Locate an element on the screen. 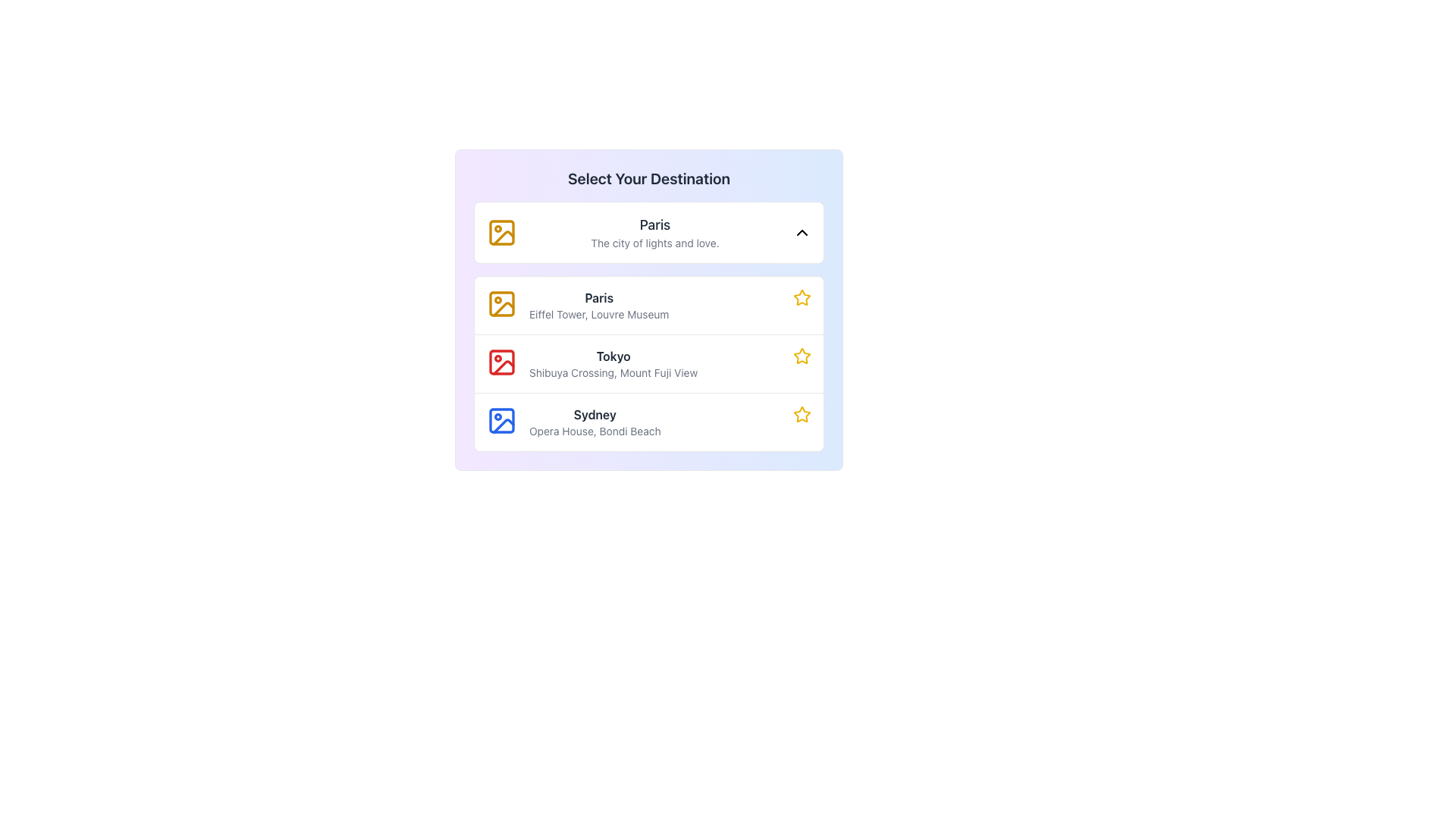 This screenshot has height=819, width=1456. the interactive star icon located at the far right of the row containing 'Sydney' and 'Opera House, Bondi Beach', which is the third item in a vertical list within a light blue card layout is located at coordinates (801, 415).